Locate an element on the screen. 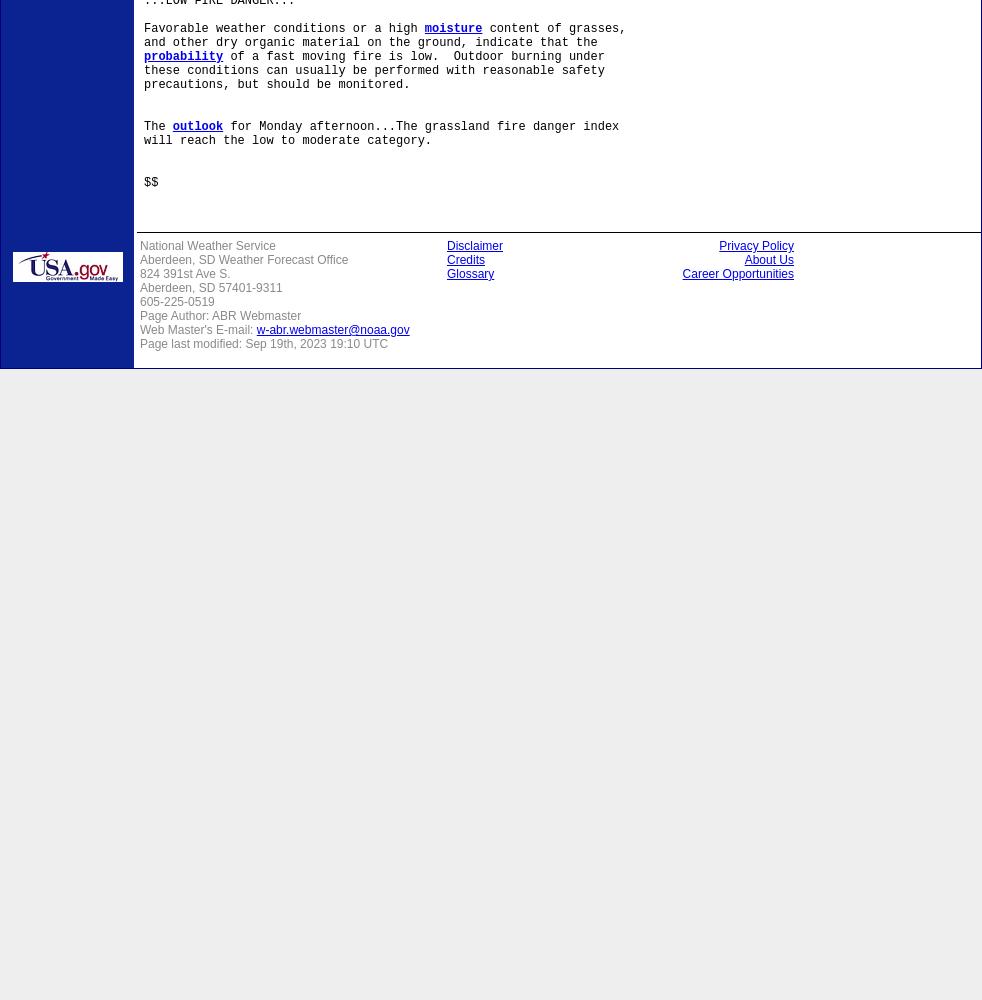 The height and width of the screenshot is (1000, 982). 'About Us' is located at coordinates (769, 260).